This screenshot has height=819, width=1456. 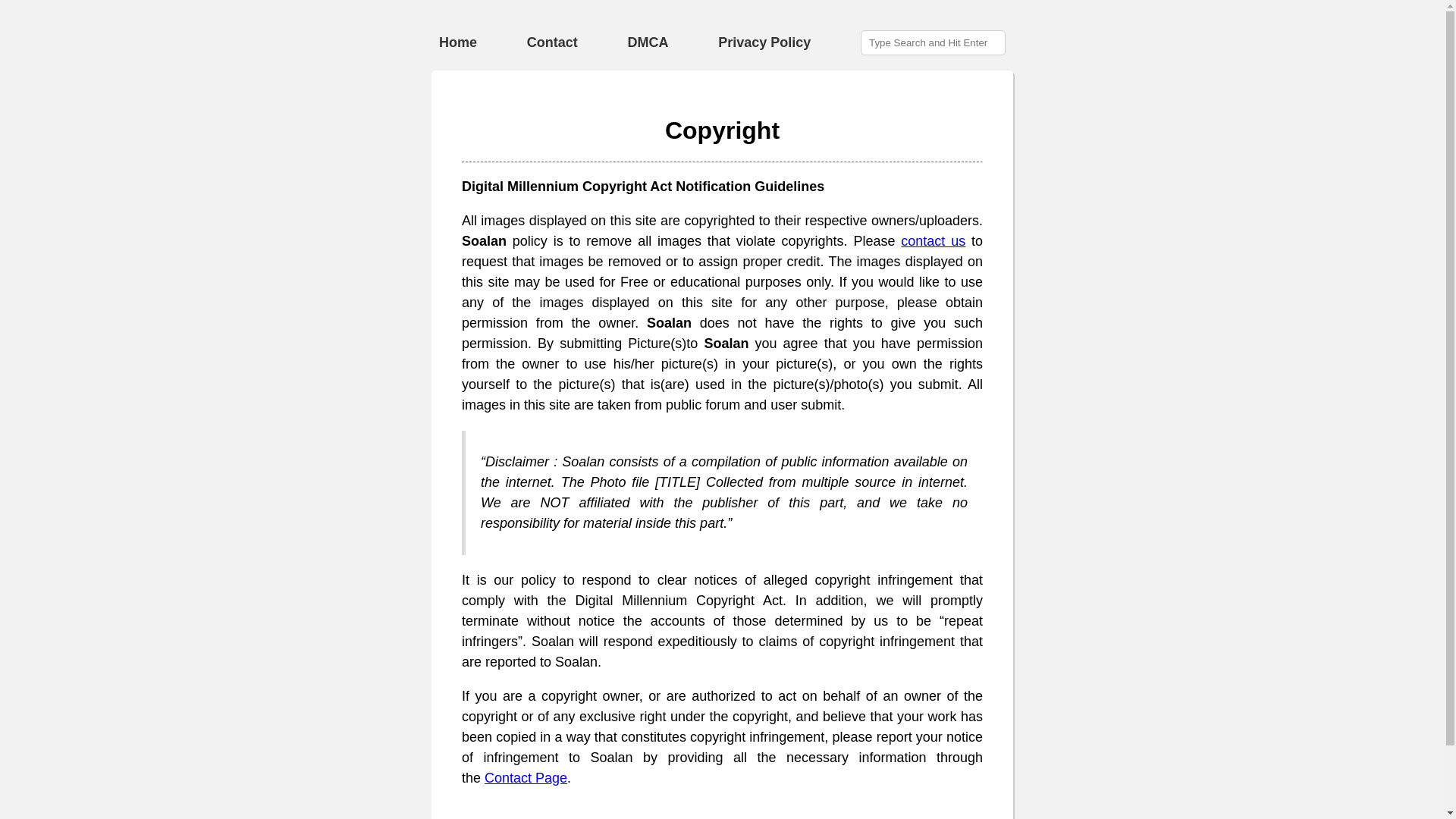 I want to click on 'DMCA', so click(x=648, y=42).